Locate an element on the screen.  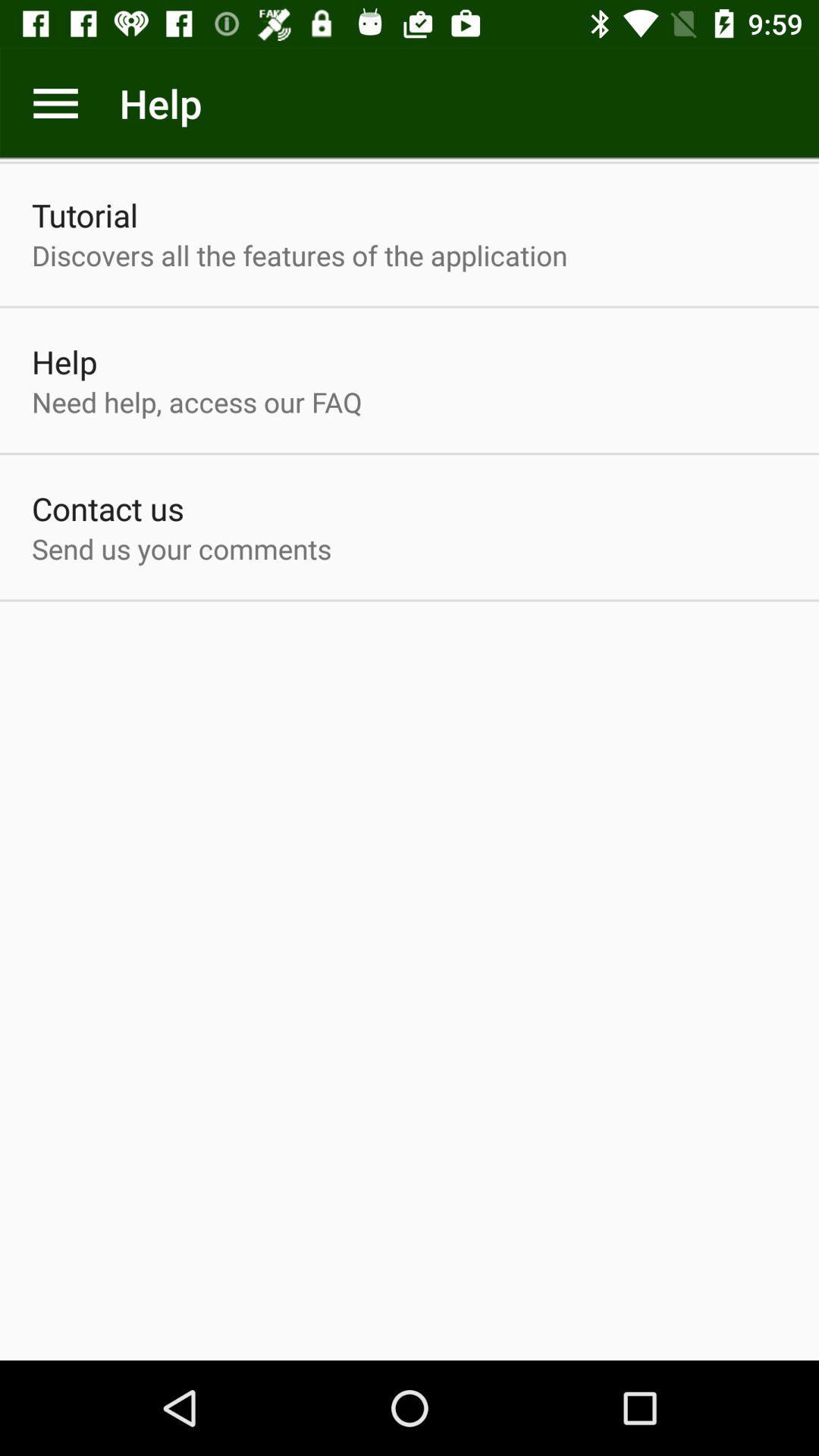
open menu is located at coordinates (55, 102).